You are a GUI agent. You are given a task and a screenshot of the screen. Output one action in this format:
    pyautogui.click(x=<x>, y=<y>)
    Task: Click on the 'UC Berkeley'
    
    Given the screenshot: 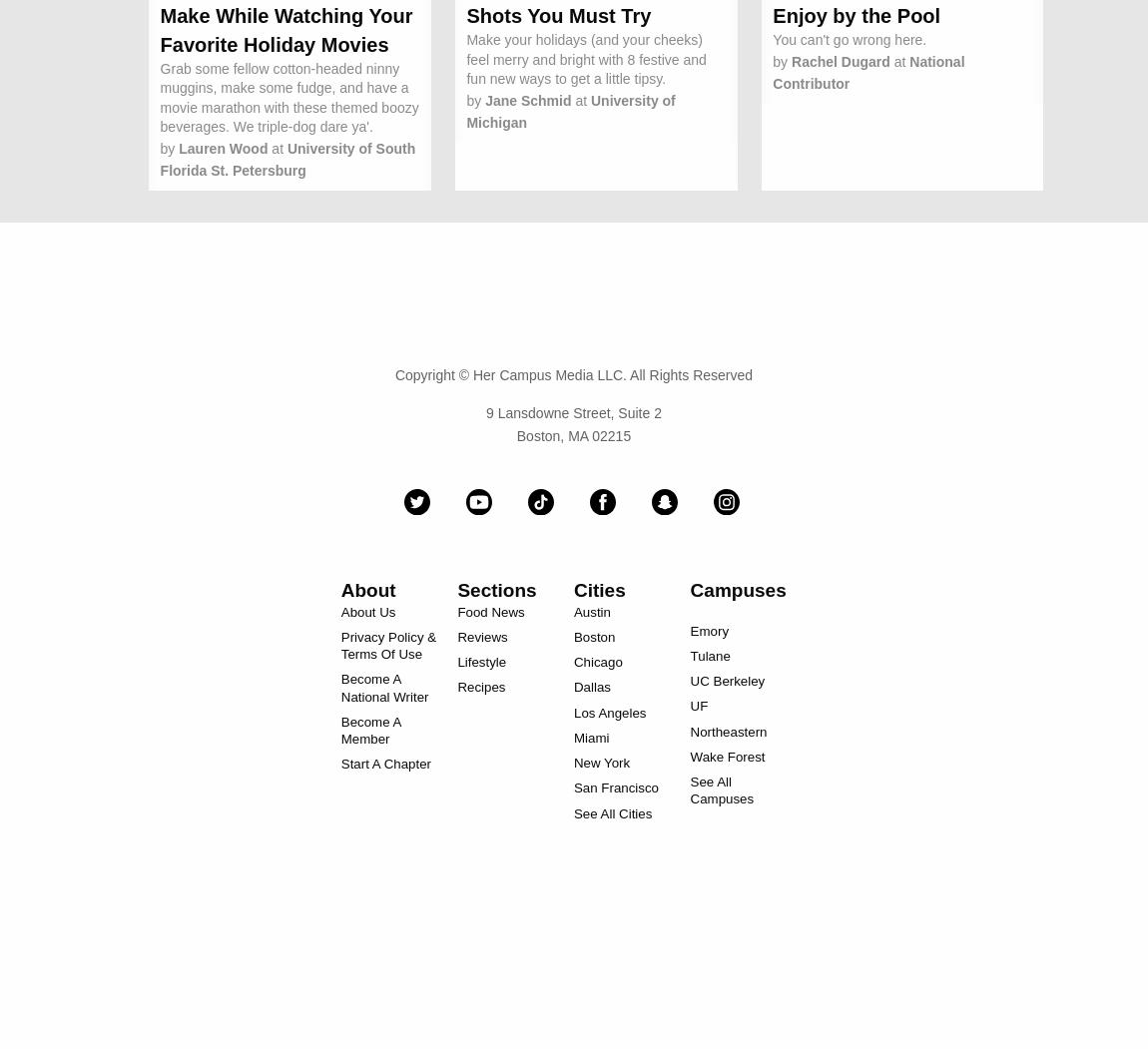 What is the action you would take?
    pyautogui.click(x=726, y=681)
    